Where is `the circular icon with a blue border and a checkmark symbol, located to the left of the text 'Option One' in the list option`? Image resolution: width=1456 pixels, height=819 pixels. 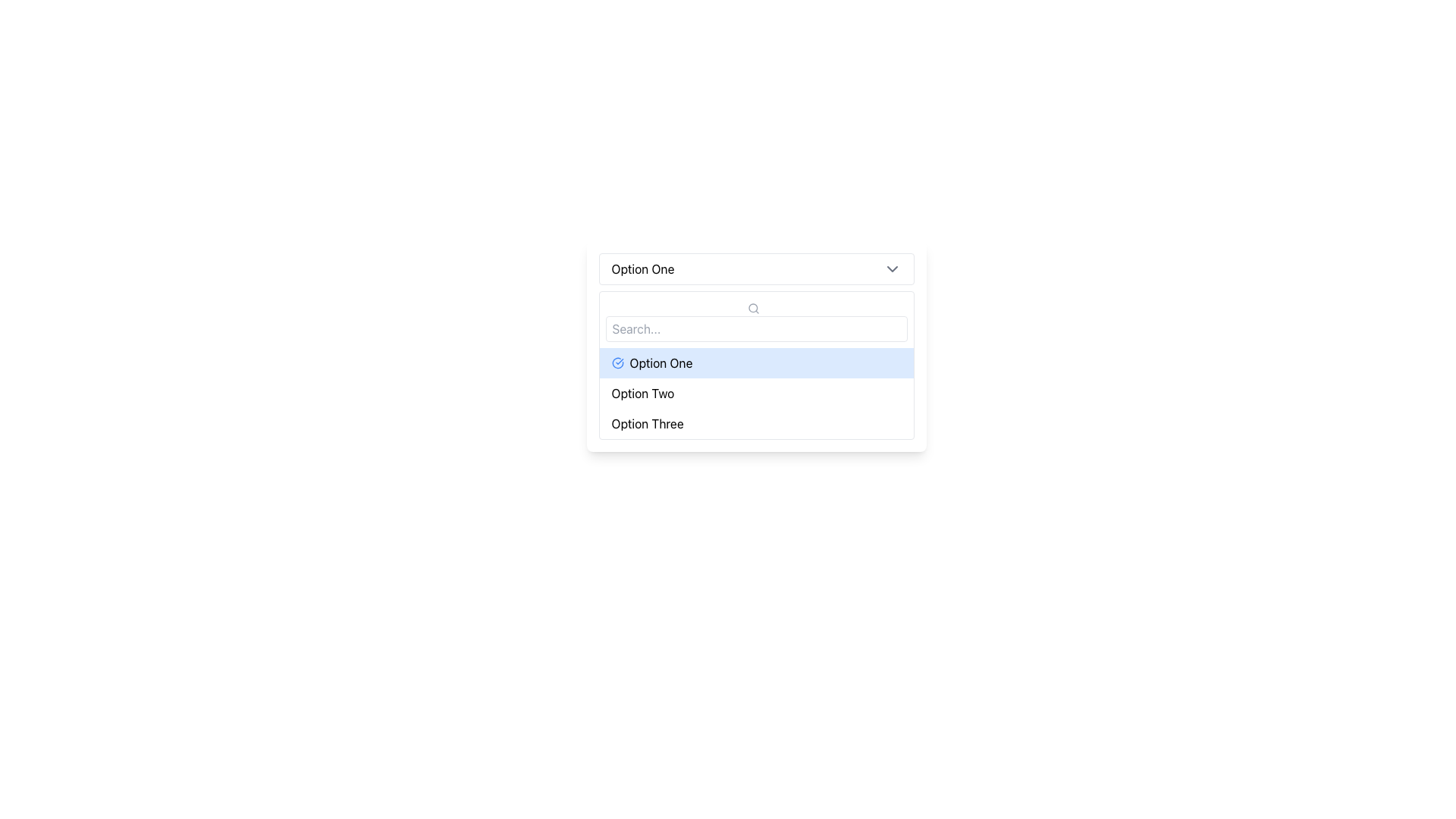 the circular icon with a blue border and a checkmark symbol, located to the left of the text 'Option One' in the list option is located at coordinates (617, 362).